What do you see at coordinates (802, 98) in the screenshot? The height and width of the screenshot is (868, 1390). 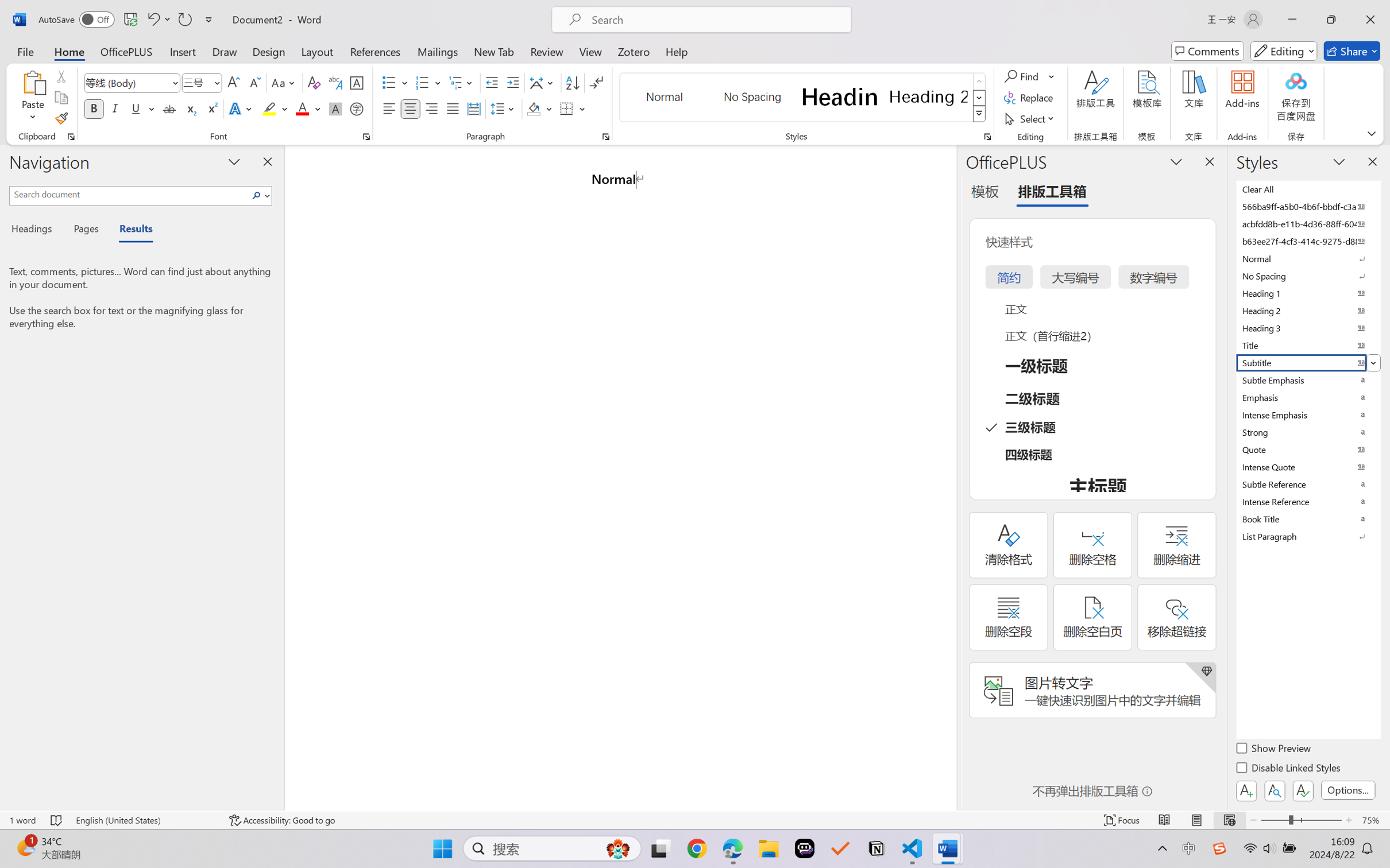 I see `'AutomationID: QuickStylesGallery'` at bounding box center [802, 98].